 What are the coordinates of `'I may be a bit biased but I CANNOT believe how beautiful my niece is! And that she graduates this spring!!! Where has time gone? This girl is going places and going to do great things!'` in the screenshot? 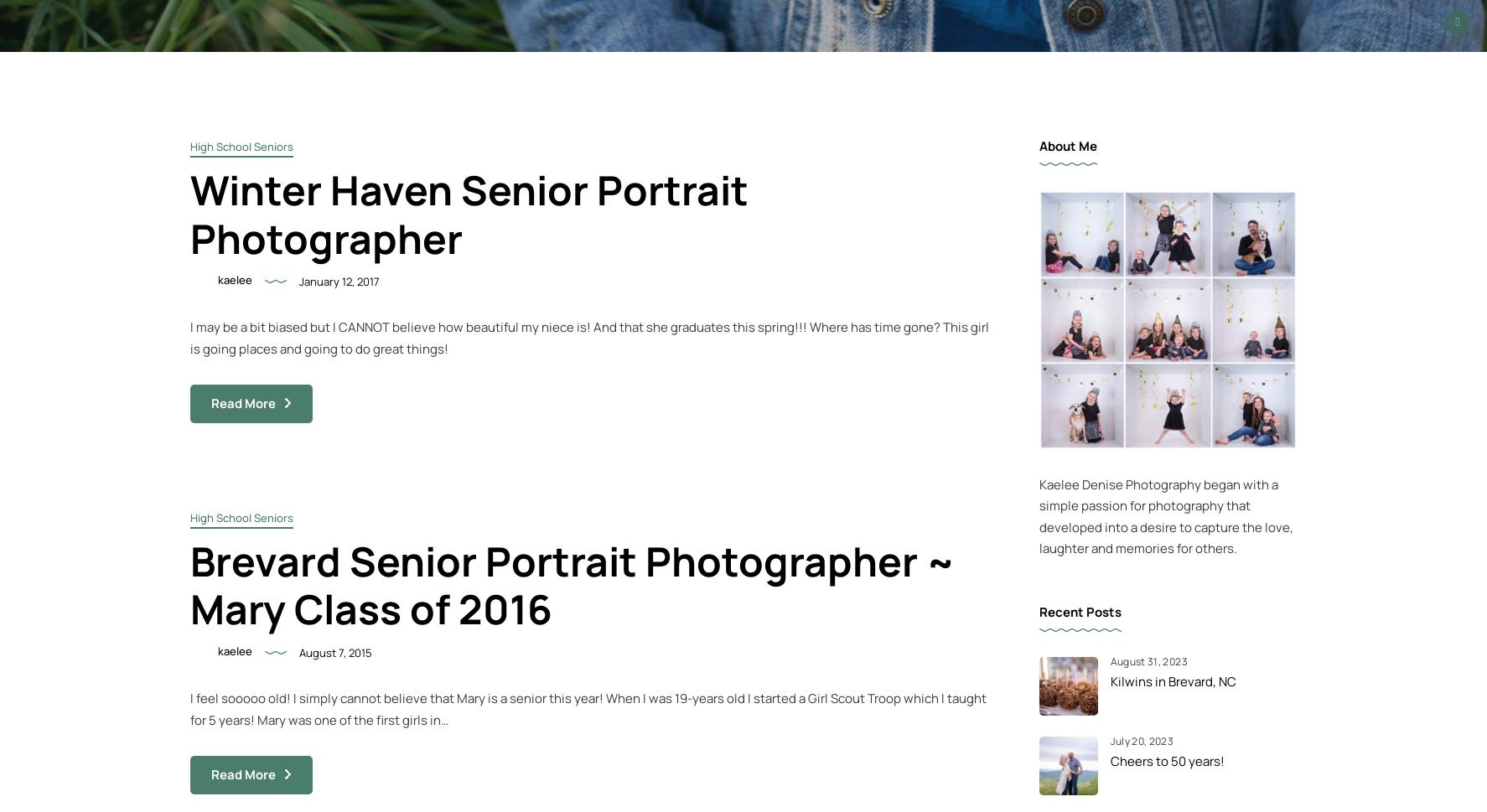 It's located at (589, 337).